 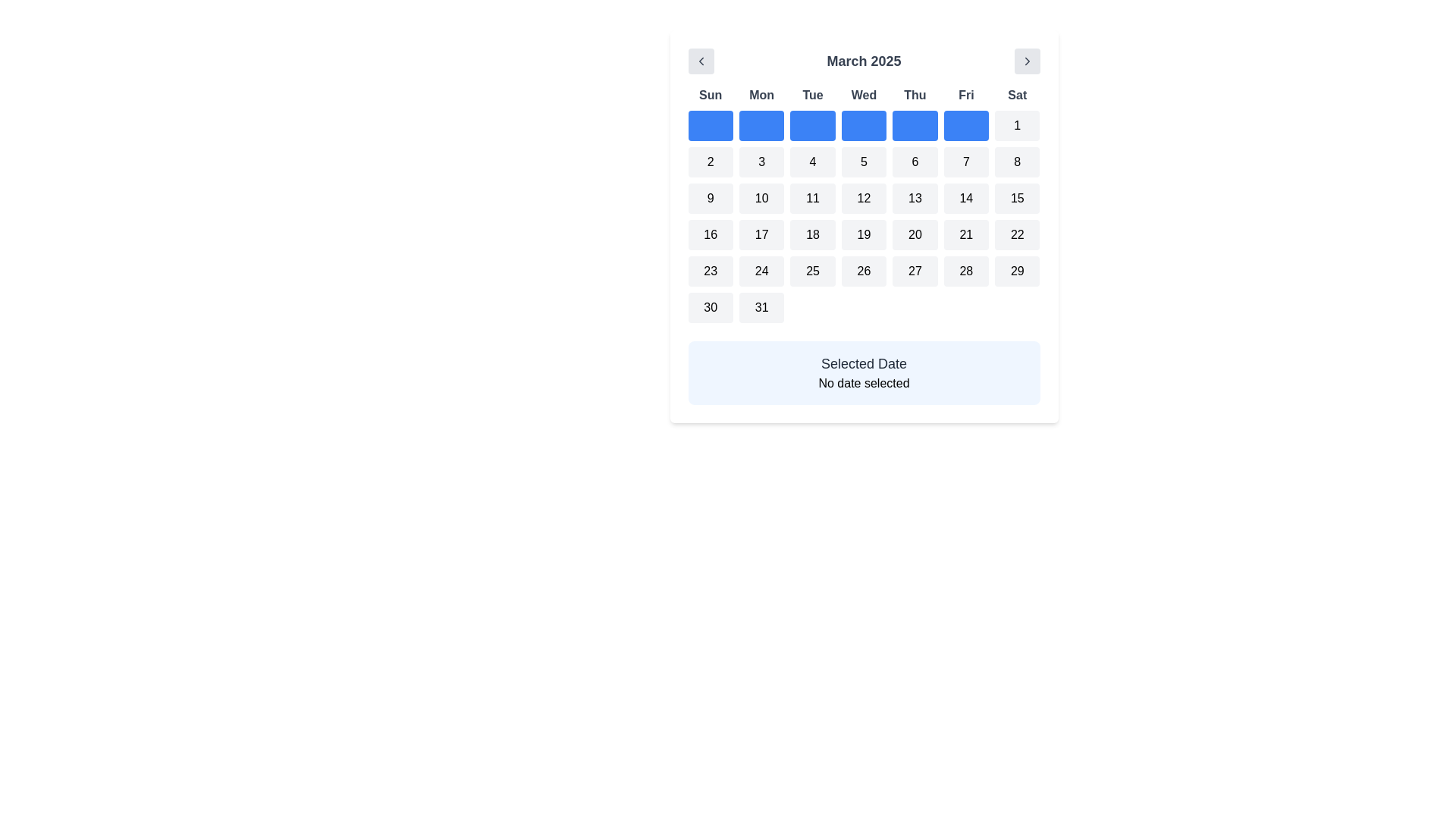 What do you see at coordinates (812, 271) in the screenshot?
I see `the selectable day button for '25' in the calendar interface` at bounding box center [812, 271].